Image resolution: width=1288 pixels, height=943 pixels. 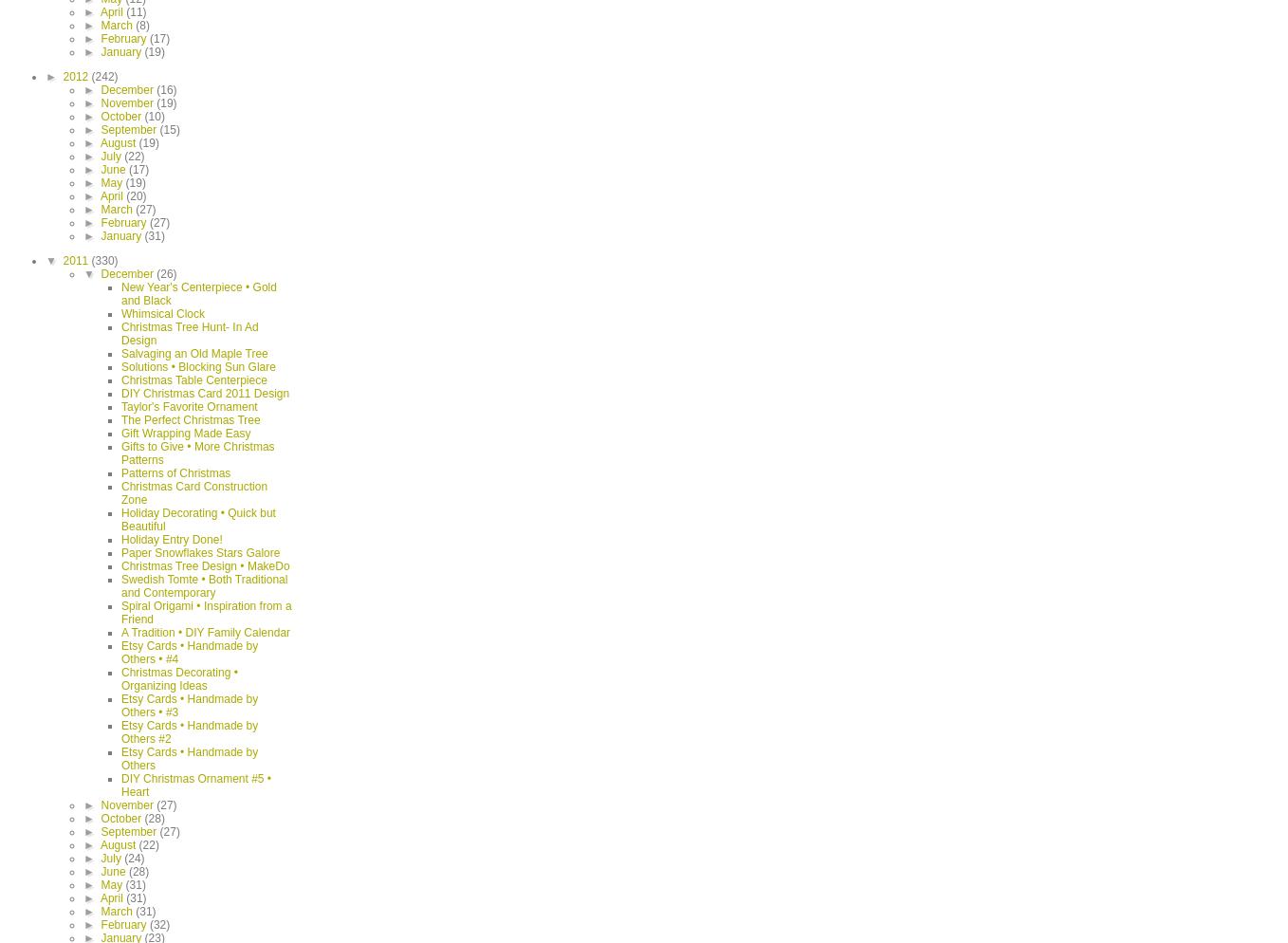 I want to click on '(16)', so click(x=166, y=89).